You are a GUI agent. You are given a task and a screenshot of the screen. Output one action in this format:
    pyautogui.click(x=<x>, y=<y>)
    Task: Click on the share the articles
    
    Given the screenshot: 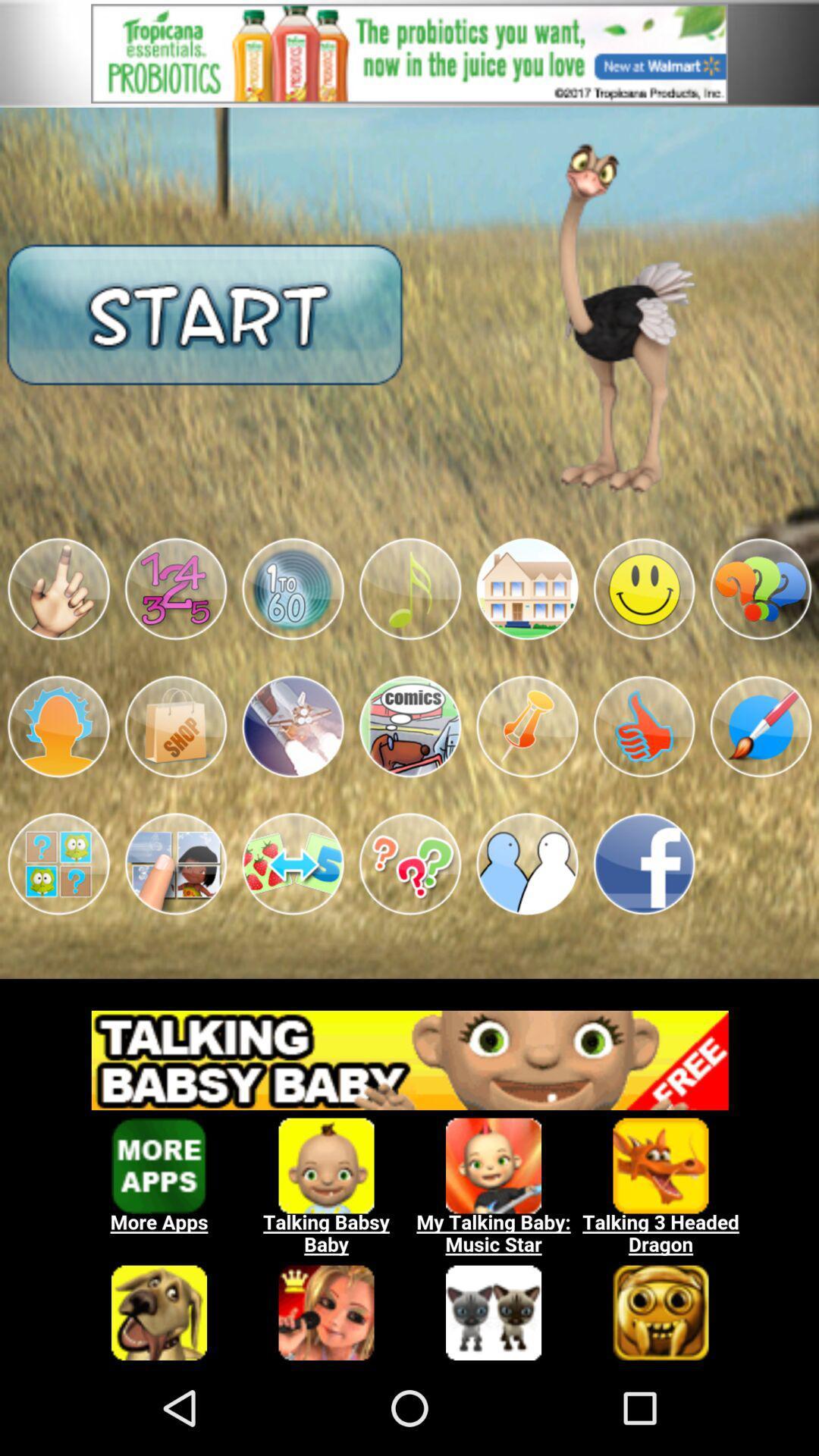 What is the action you would take?
    pyautogui.click(x=644, y=864)
    